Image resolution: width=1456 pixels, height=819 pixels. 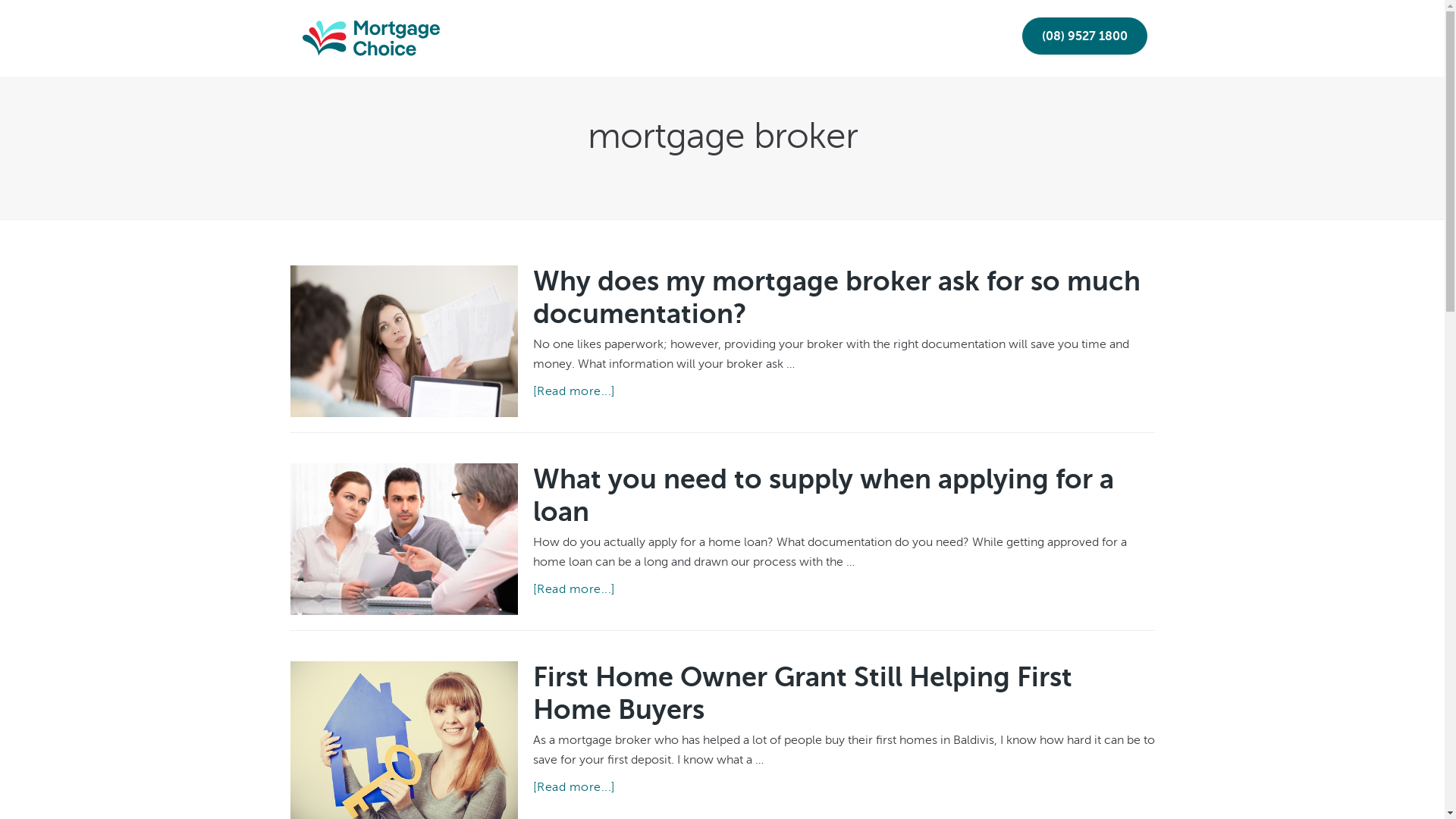 I want to click on 'Skip to main content', so click(x=0, y=0).